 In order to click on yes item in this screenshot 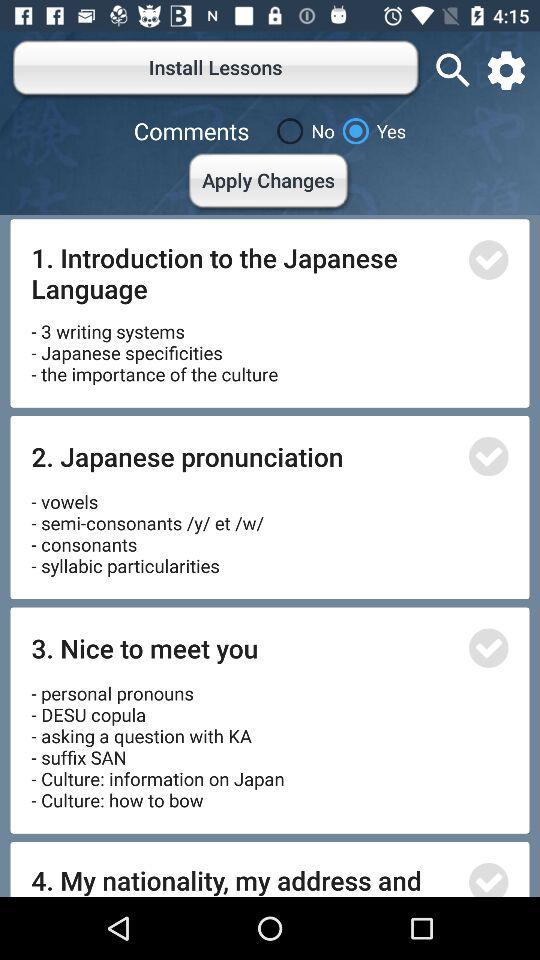, I will do `click(369, 130)`.